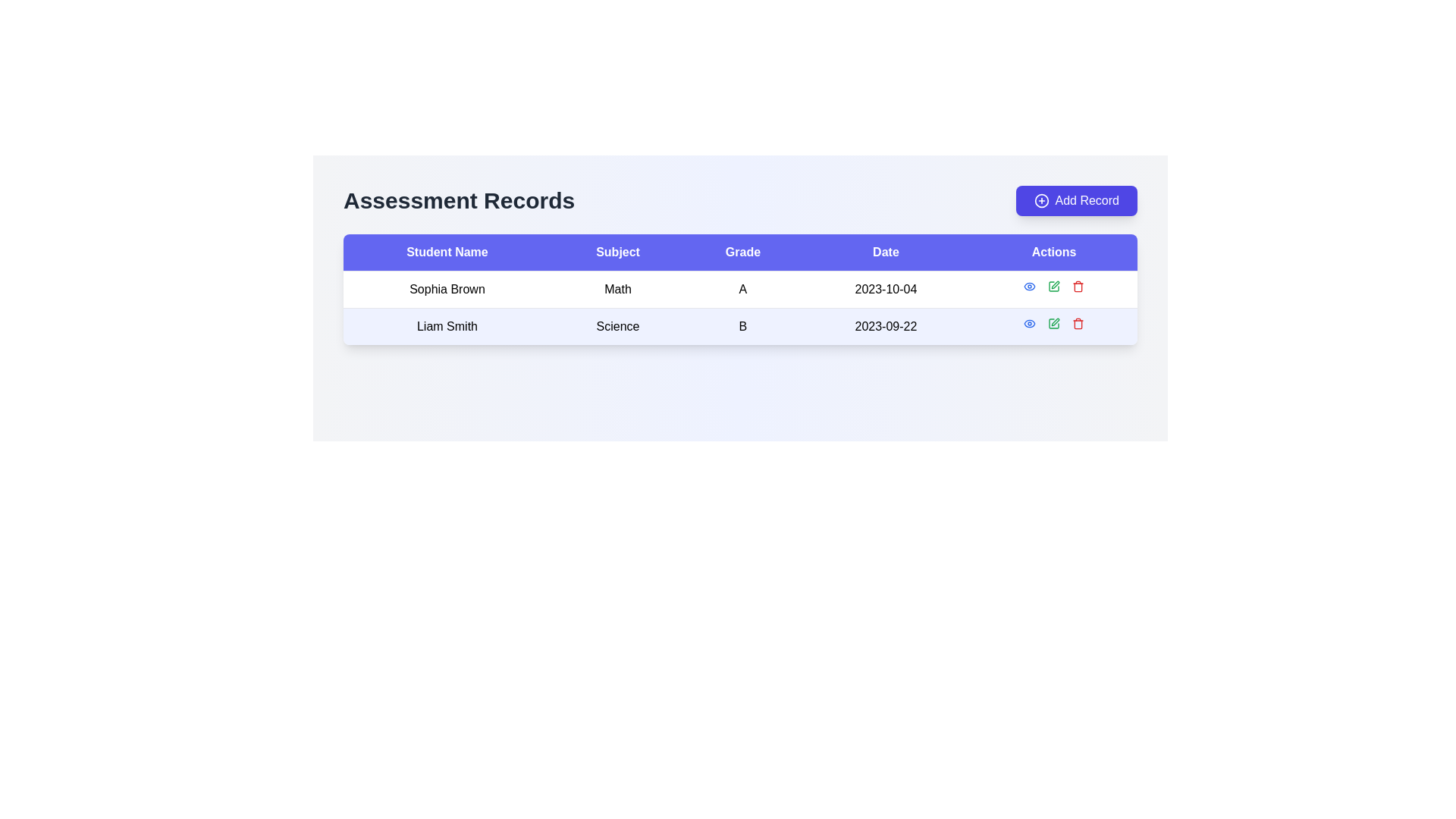  Describe the element at coordinates (1055, 284) in the screenshot. I see `the small pen or edit icon button located in the 'Actions' column of the second row` at that location.